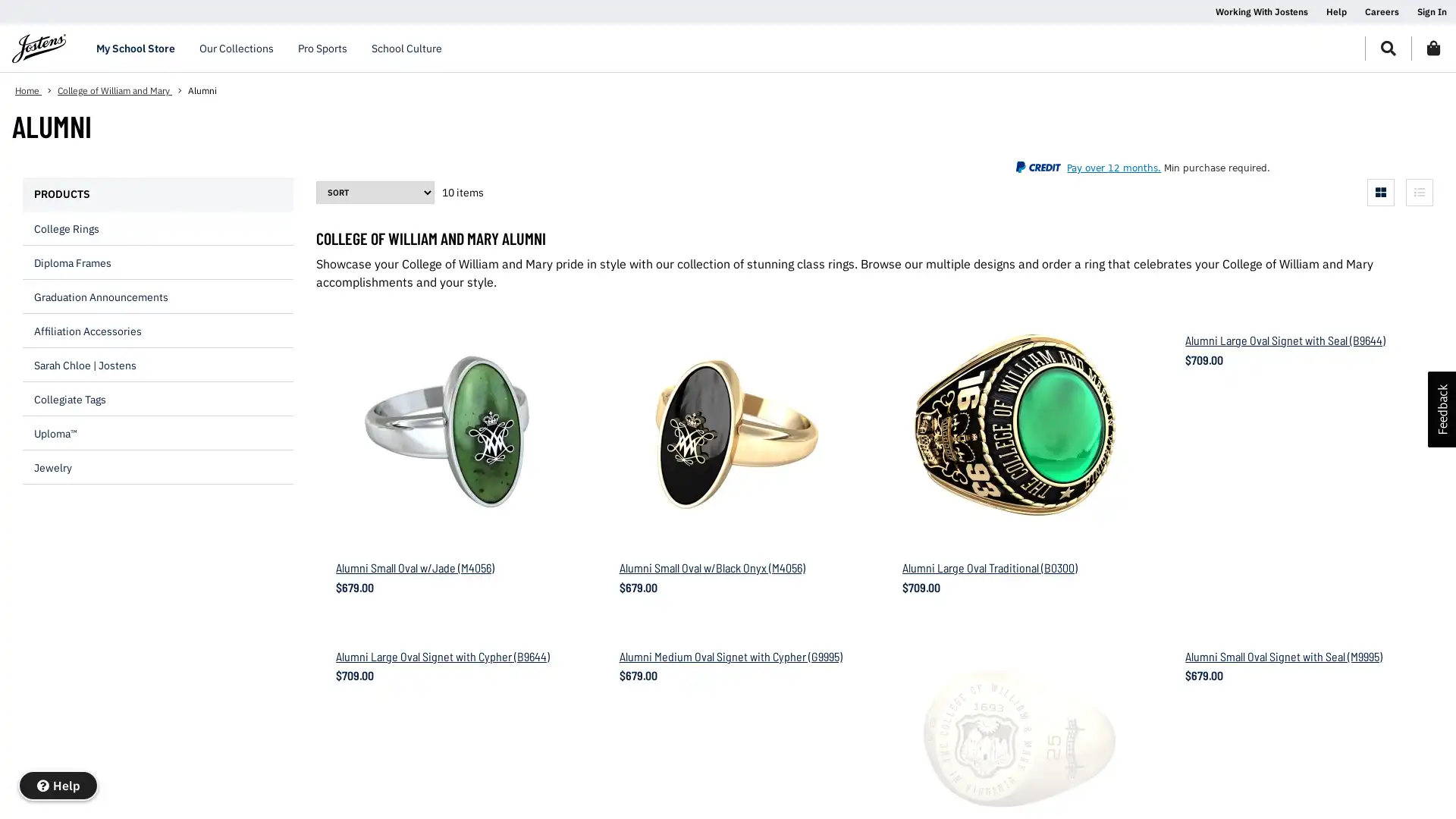 This screenshot has width=1456, height=819. Describe the element at coordinates (58, 785) in the screenshot. I see `Help` at that location.